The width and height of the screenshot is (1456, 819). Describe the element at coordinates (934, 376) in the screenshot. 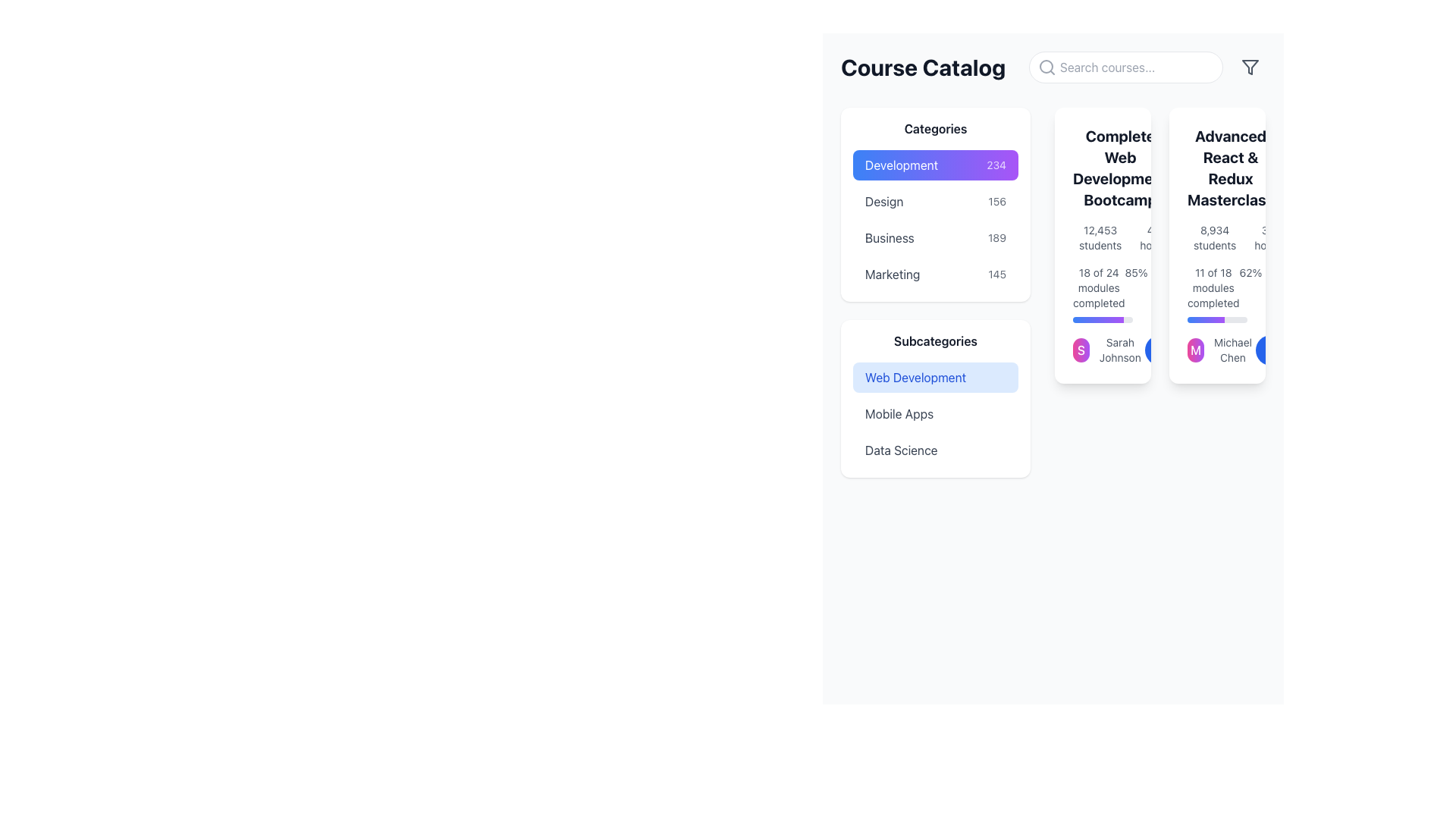

I see `the 'Web Development' button, which is a light blue rectangular button with bold blue text, located under the 'Subcategories' section` at that location.